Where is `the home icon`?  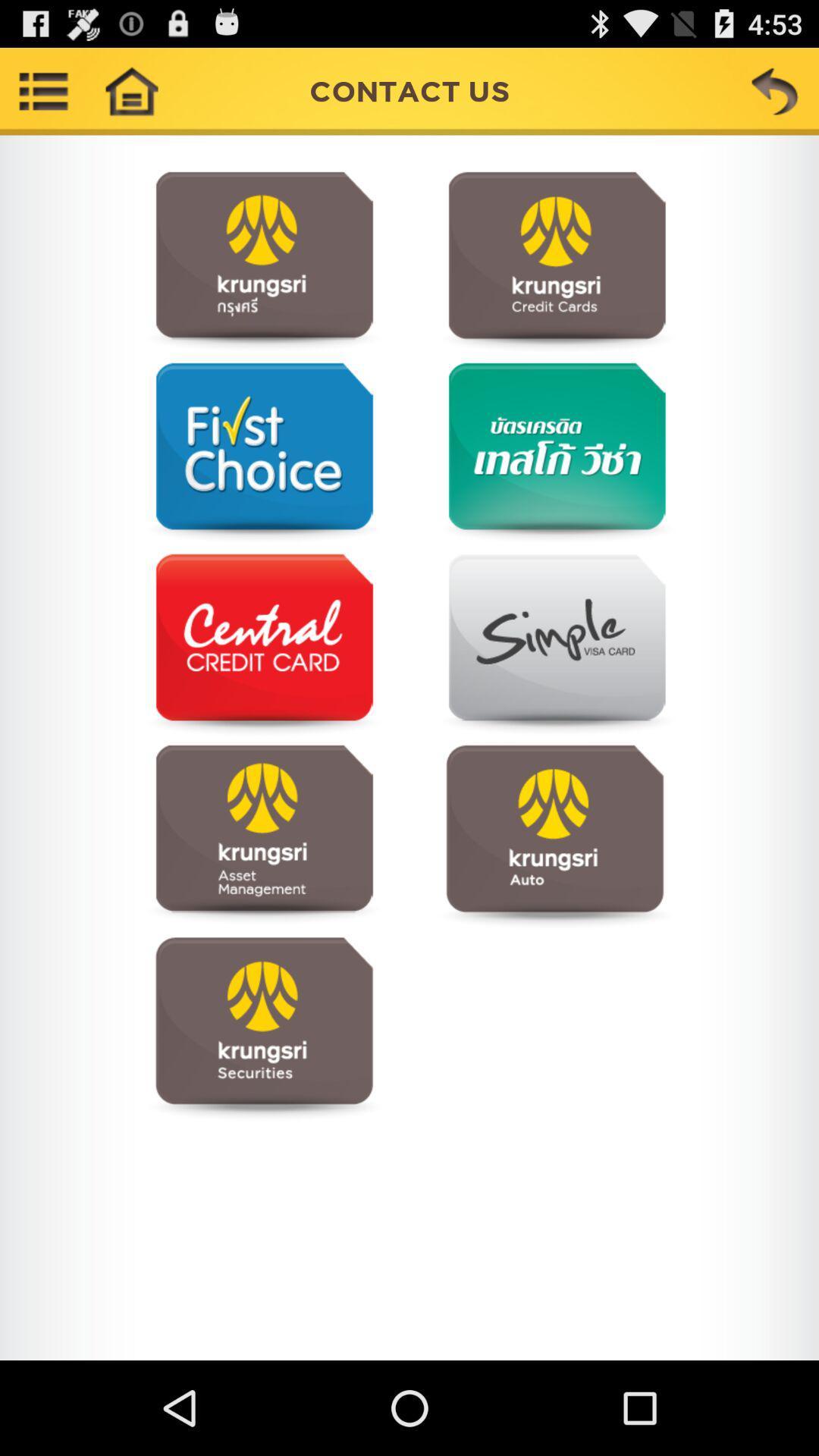
the home icon is located at coordinates (130, 97).